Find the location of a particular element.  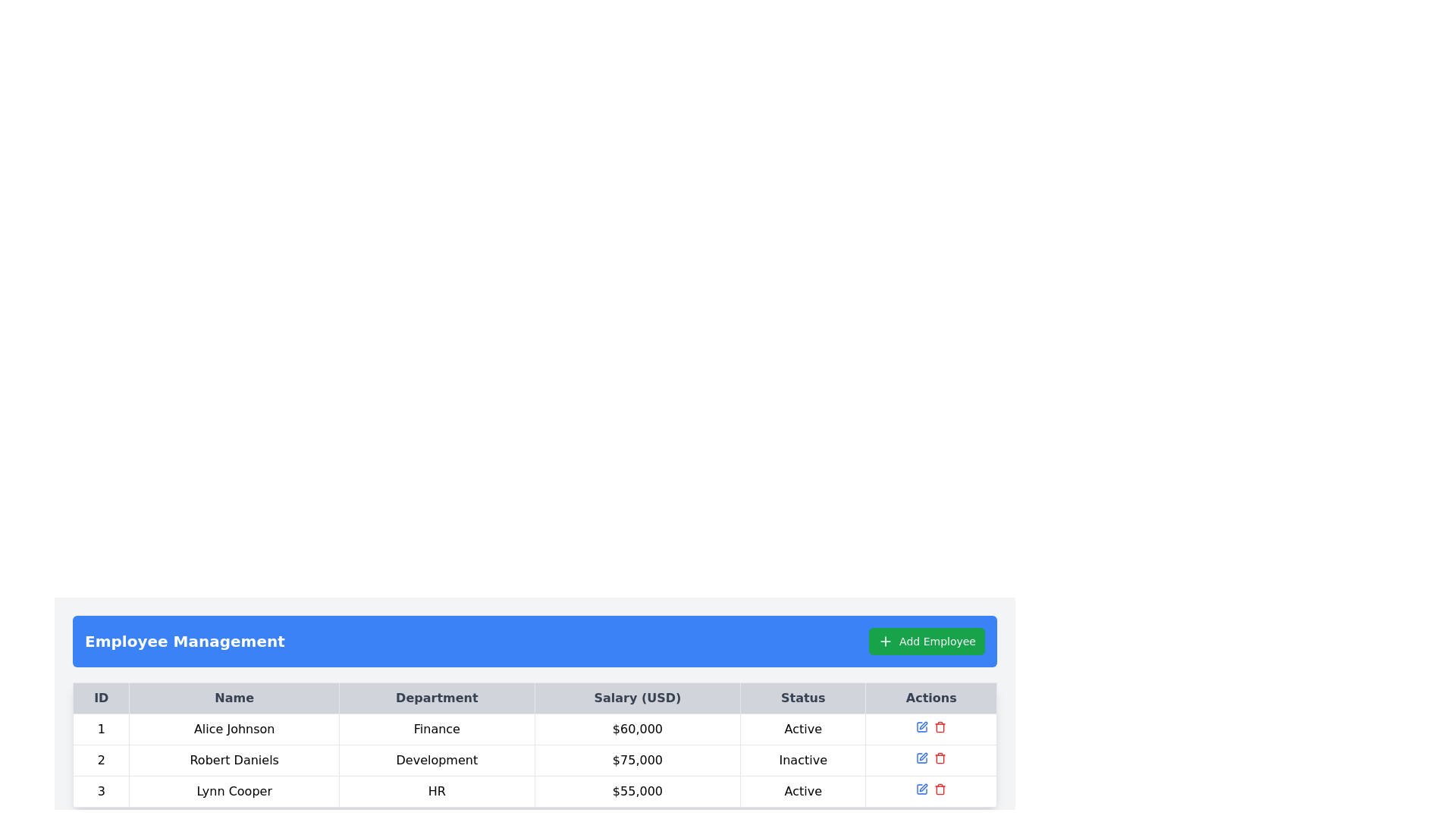

the text cell displaying 'Lynn Cooper' in the 'Name' column of the third row of the table for additional information is located at coordinates (234, 791).